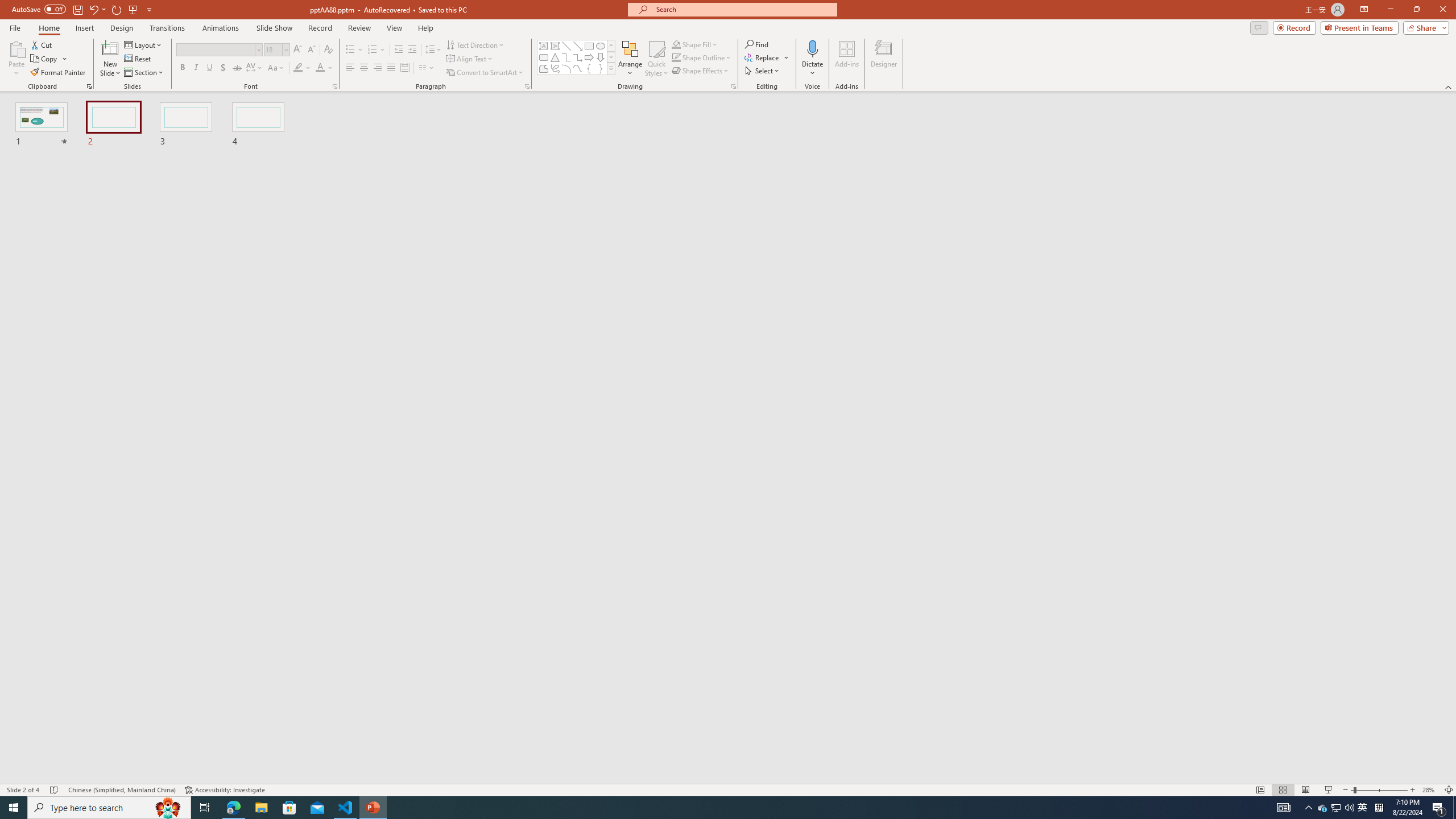 The image size is (1456, 819). Describe the element at coordinates (756, 44) in the screenshot. I see `'Find...'` at that location.